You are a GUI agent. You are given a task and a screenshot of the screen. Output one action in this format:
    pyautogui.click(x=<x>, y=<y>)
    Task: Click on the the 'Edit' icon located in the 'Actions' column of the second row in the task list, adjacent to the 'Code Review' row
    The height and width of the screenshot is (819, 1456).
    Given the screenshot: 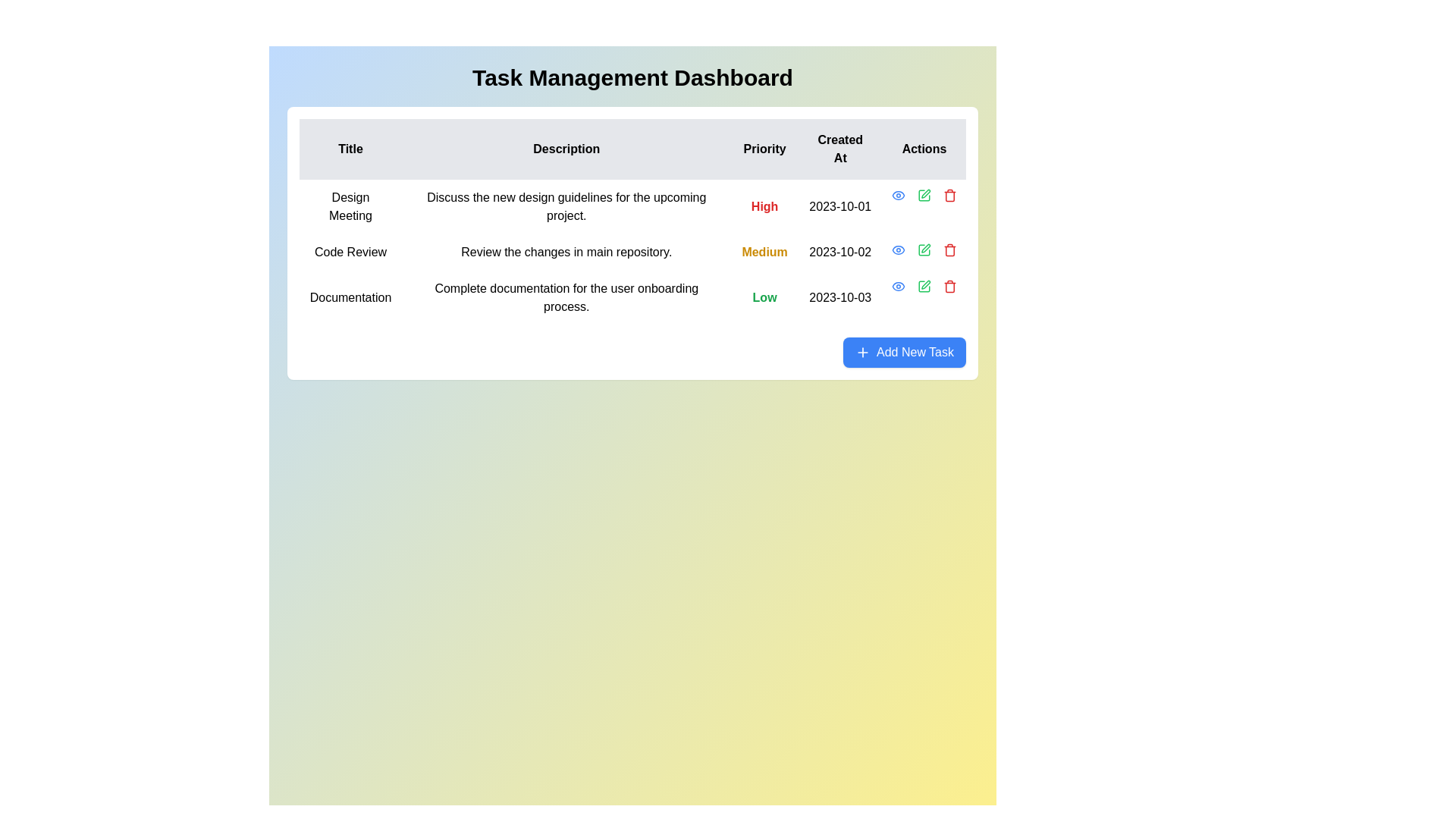 What is the action you would take?
    pyautogui.click(x=924, y=249)
    